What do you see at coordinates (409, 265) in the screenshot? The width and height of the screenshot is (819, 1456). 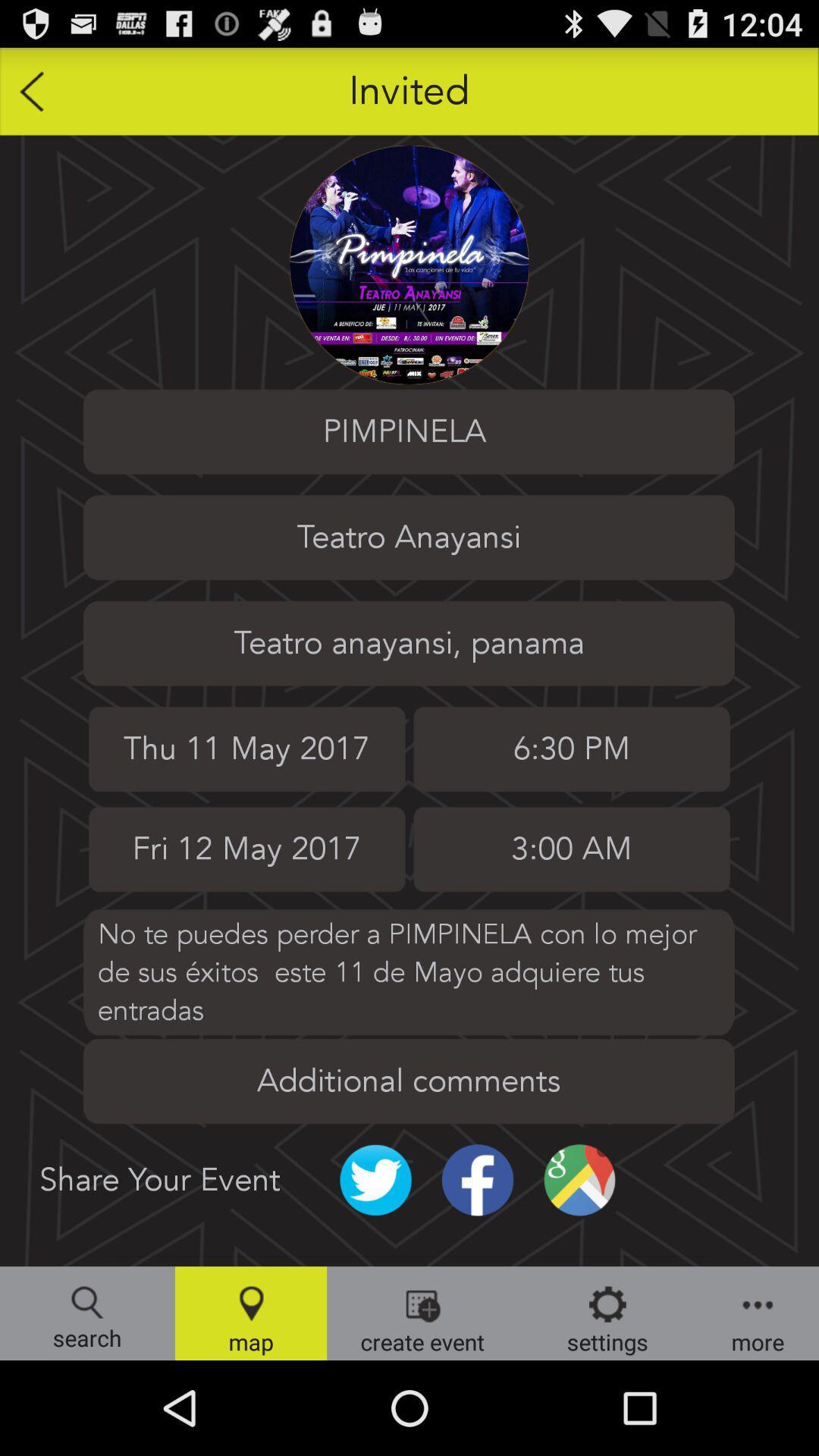 I see `the image which is below invited` at bounding box center [409, 265].